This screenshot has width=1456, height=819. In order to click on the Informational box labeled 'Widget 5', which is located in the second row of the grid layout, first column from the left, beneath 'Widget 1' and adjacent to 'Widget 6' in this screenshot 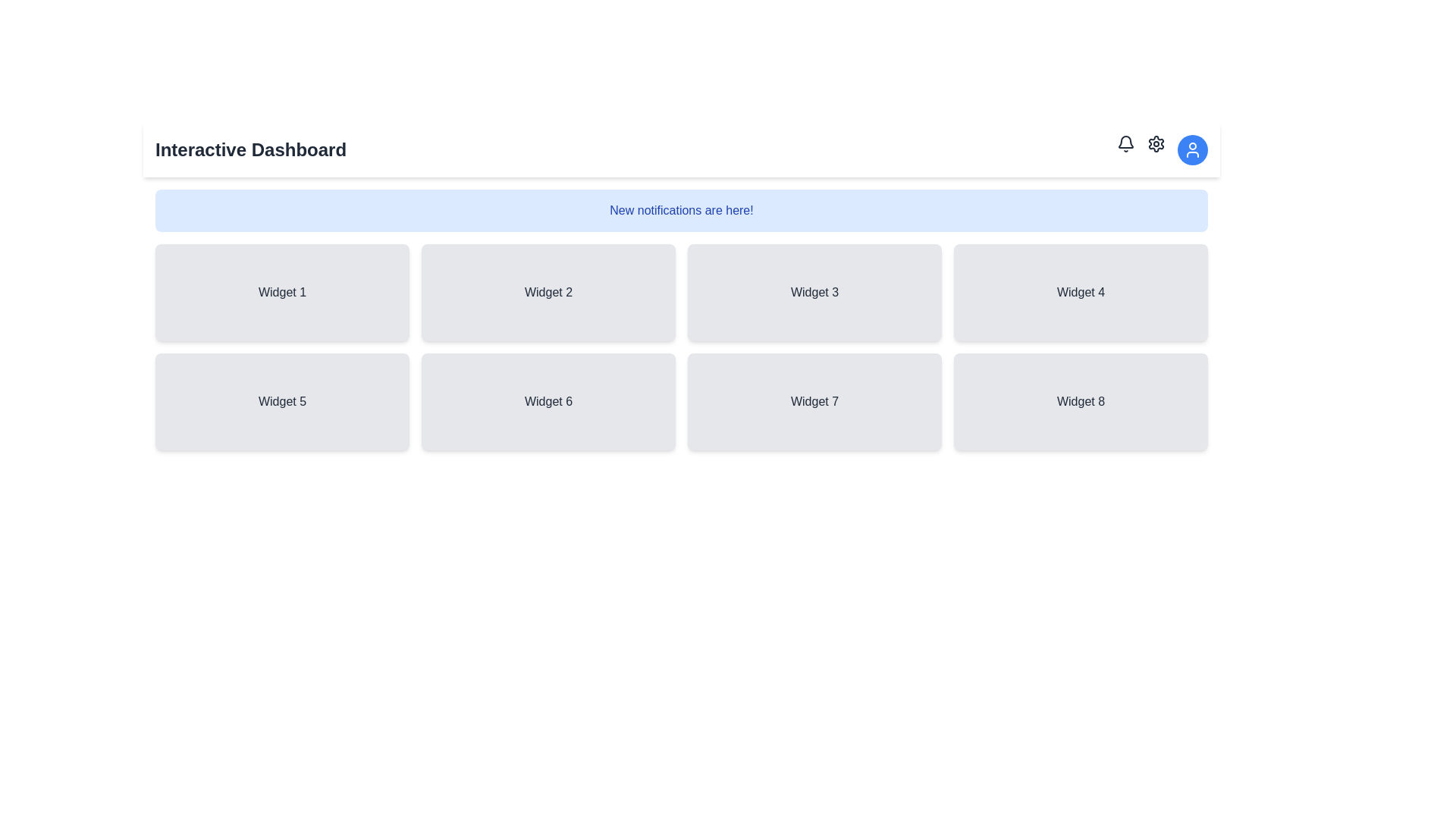, I will do `click(282, 400)`.